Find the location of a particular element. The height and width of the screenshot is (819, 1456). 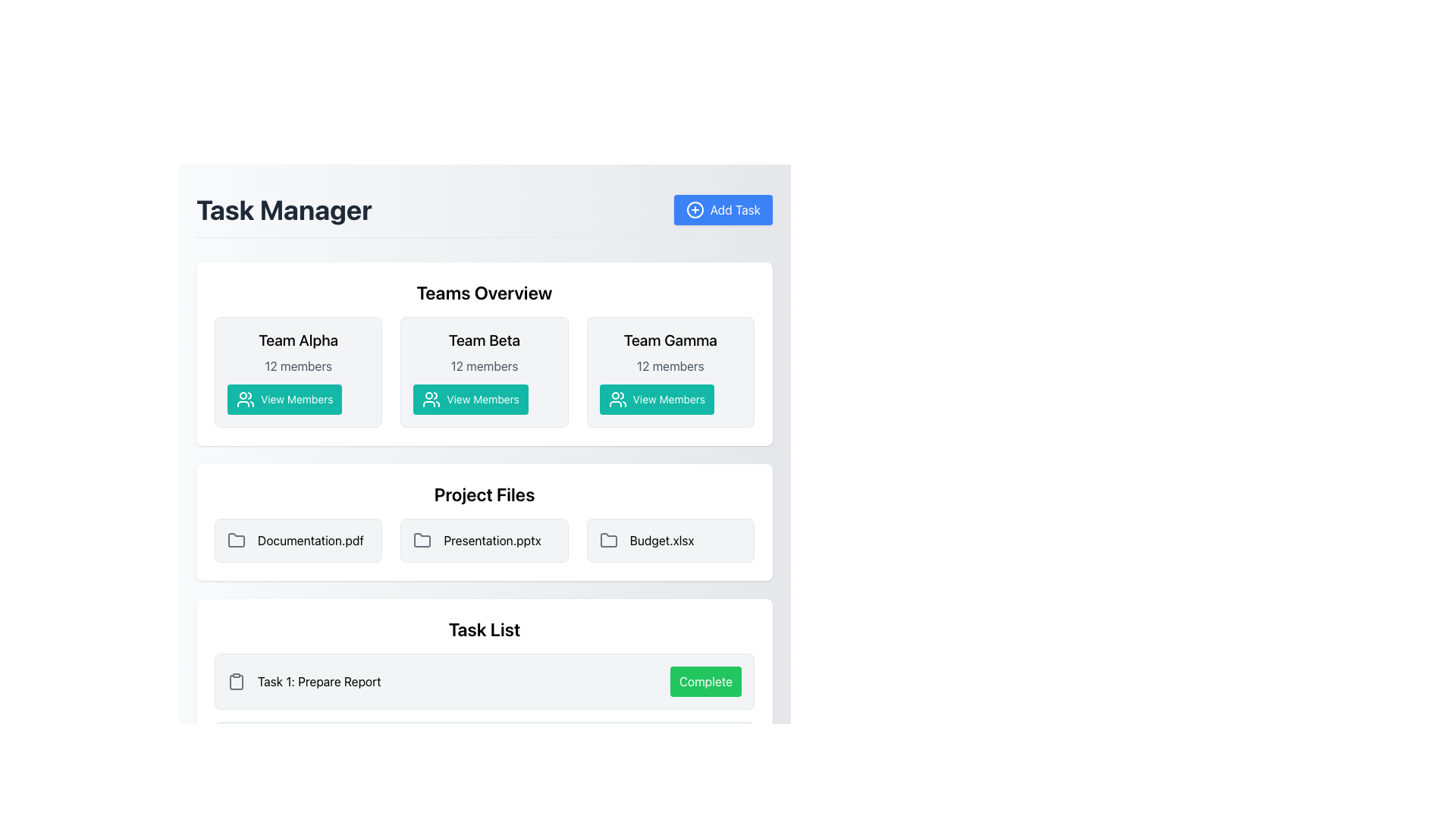

the folder icon representing the file 'Budget.xlsx' which is styled with a gray outline and rounded edges, located to the left of the file name in the 'Project Files' section is located at coordinates (608, 540).